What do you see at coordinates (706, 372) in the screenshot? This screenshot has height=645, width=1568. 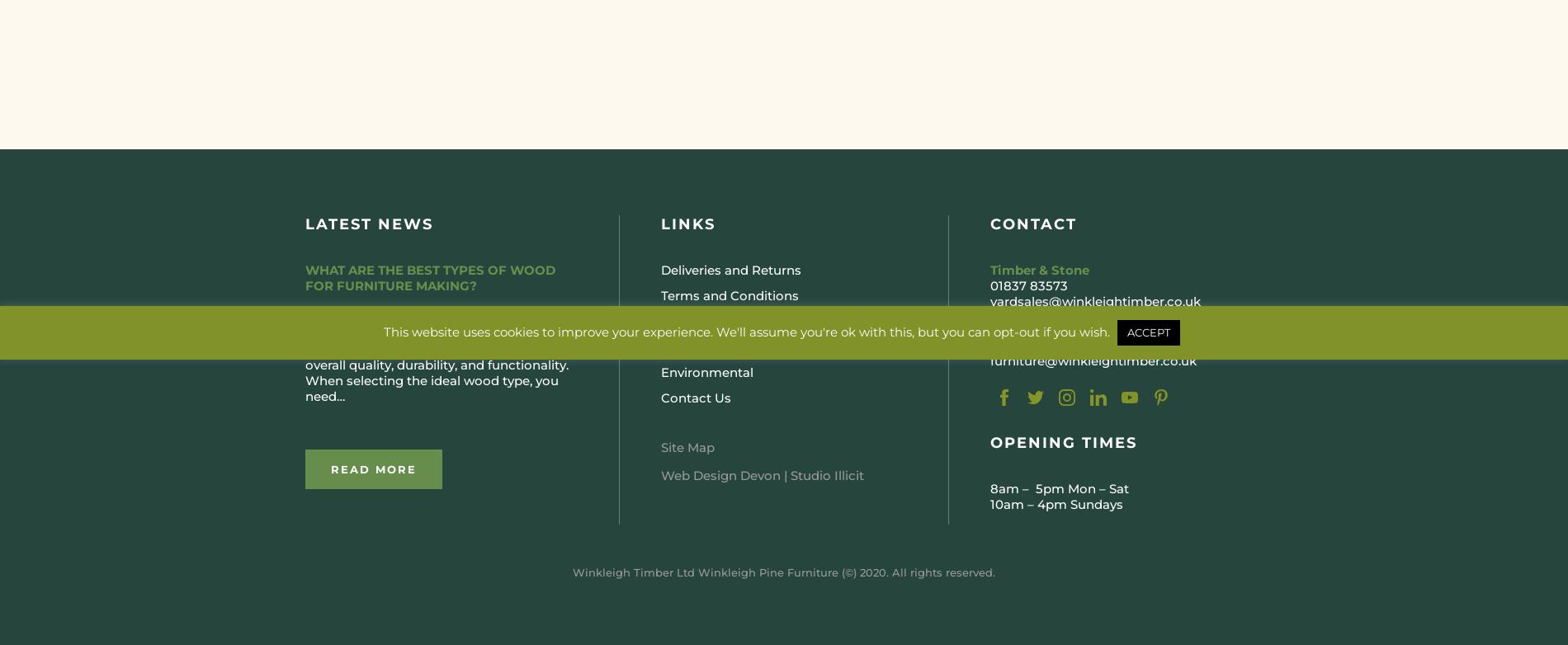 I see `'Environmental'` at bounding box center [706, 372].